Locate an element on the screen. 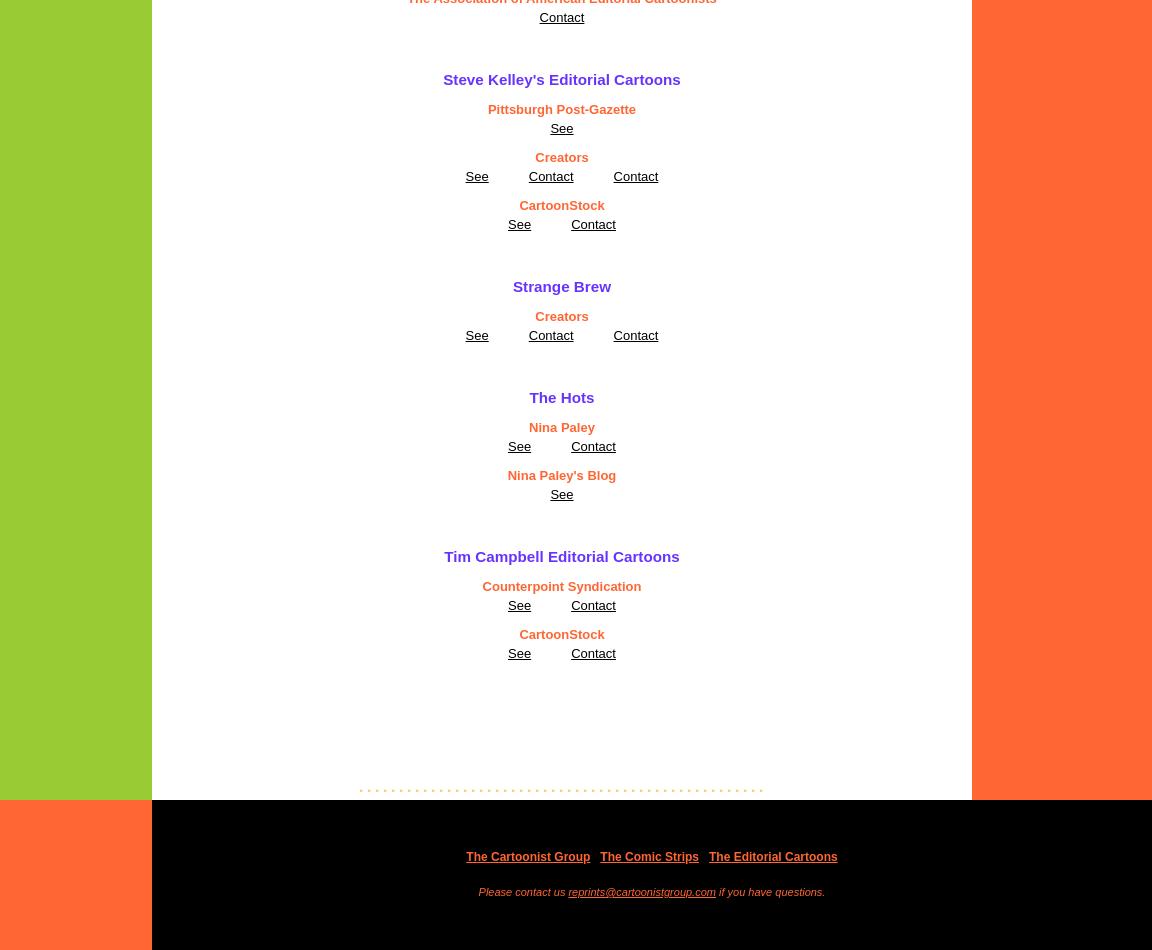 This screenshot has height=950, width=1152. 'The Hots' is located at coordinates (561, 396).